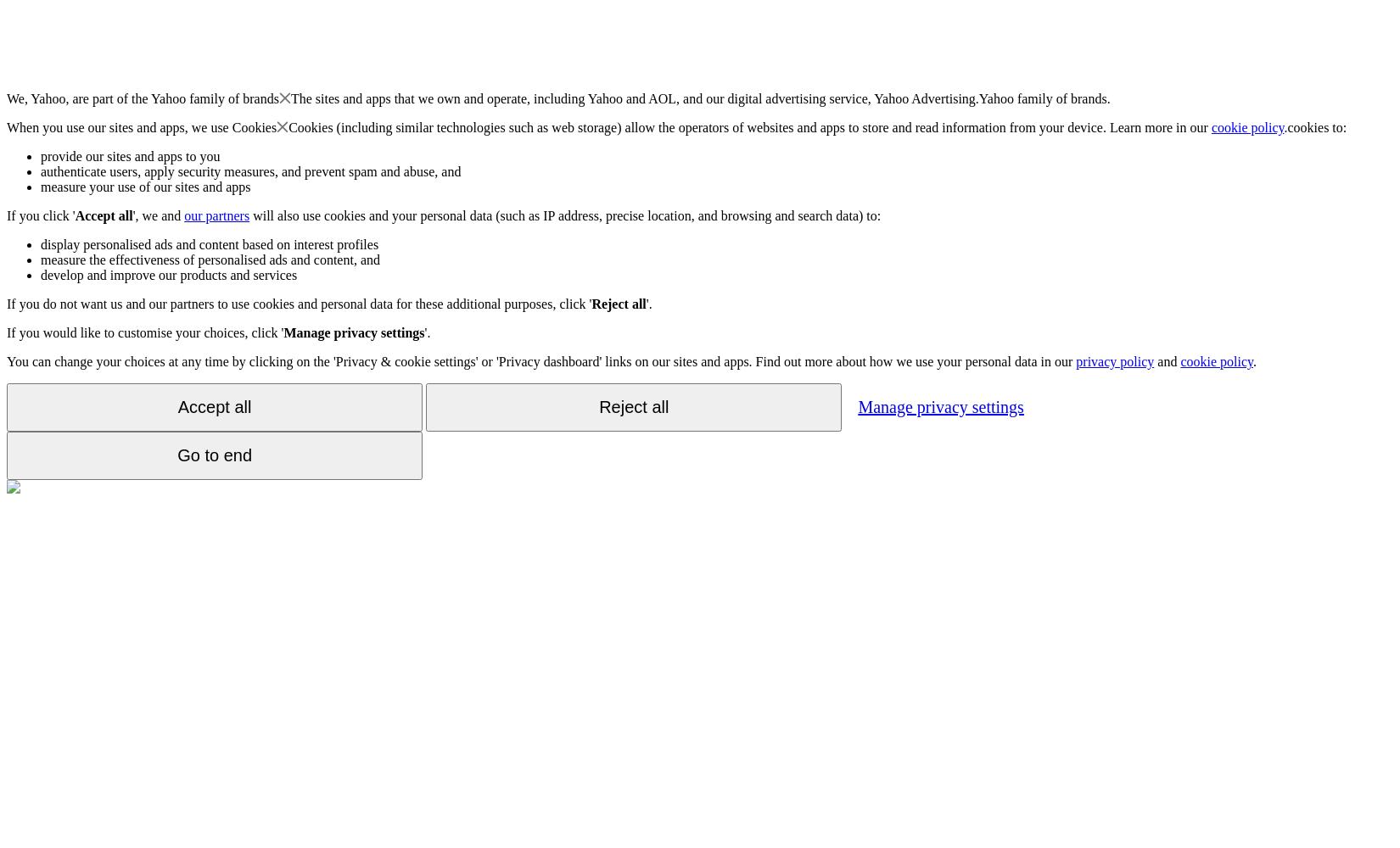  Describe the element at coordinates (995, 98) in the screenshot. I see `'Yahoo'` at that location.